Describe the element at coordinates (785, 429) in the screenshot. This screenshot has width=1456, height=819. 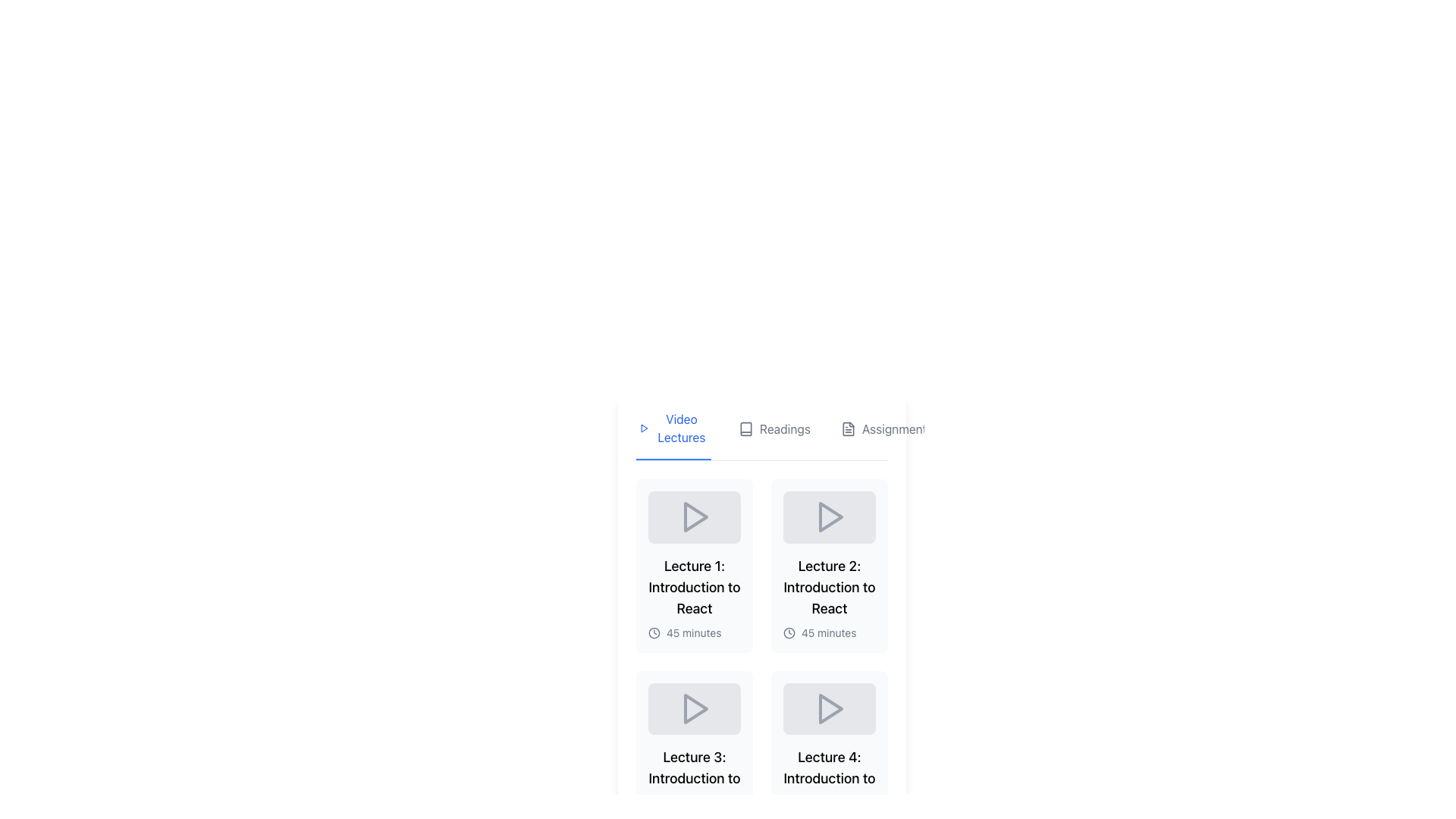
I see `keyboard navigation` at that location.